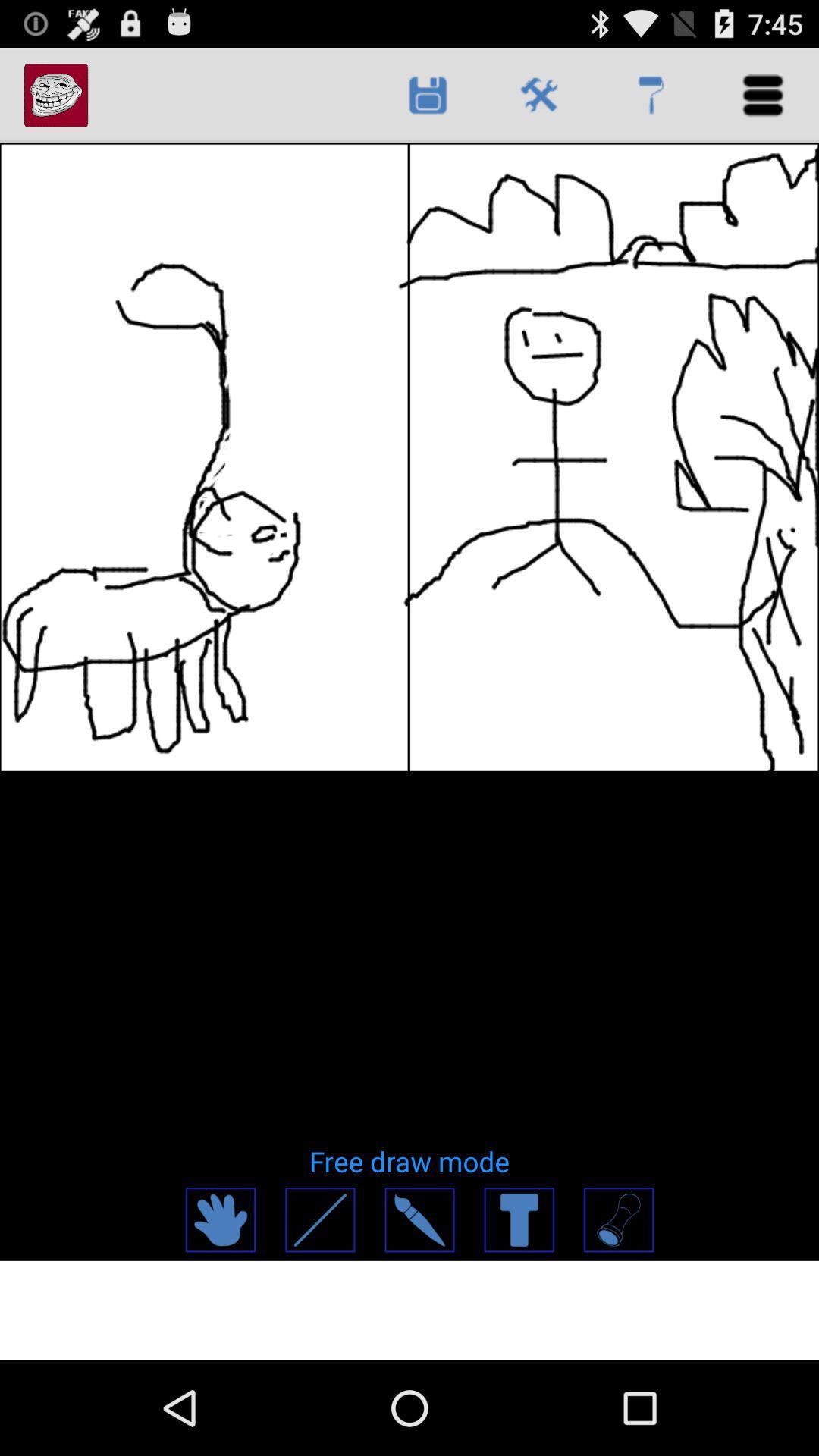 The width and height of the screenshot is (819, 1456). What do you see at coordinates (517, 1219) in the screenshot?
I see `text` at bounding box center [517, 1219].